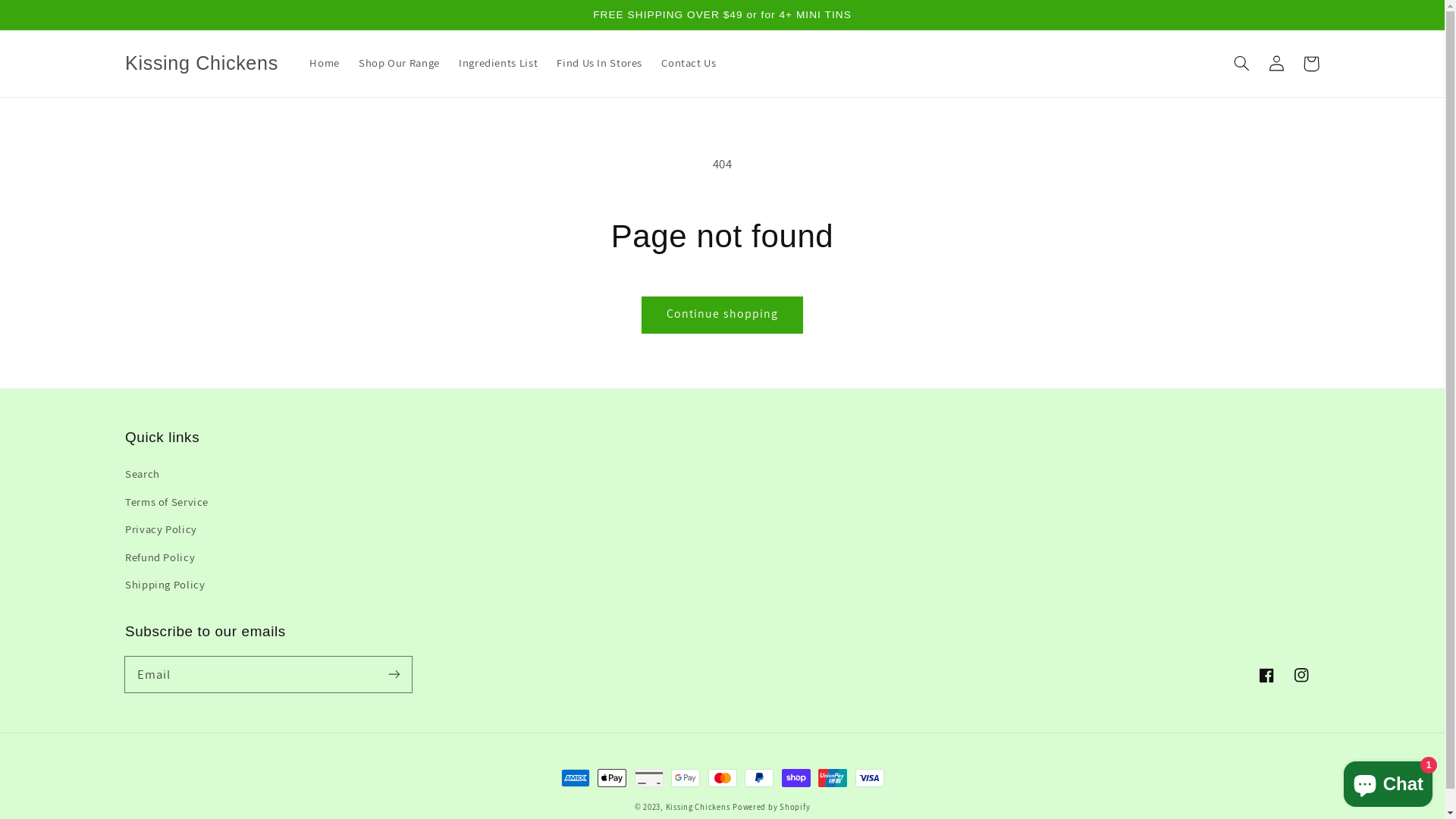  Describe the element at coordinates (1276, 63) in the screenshot. I see `'Log in'` at that location.